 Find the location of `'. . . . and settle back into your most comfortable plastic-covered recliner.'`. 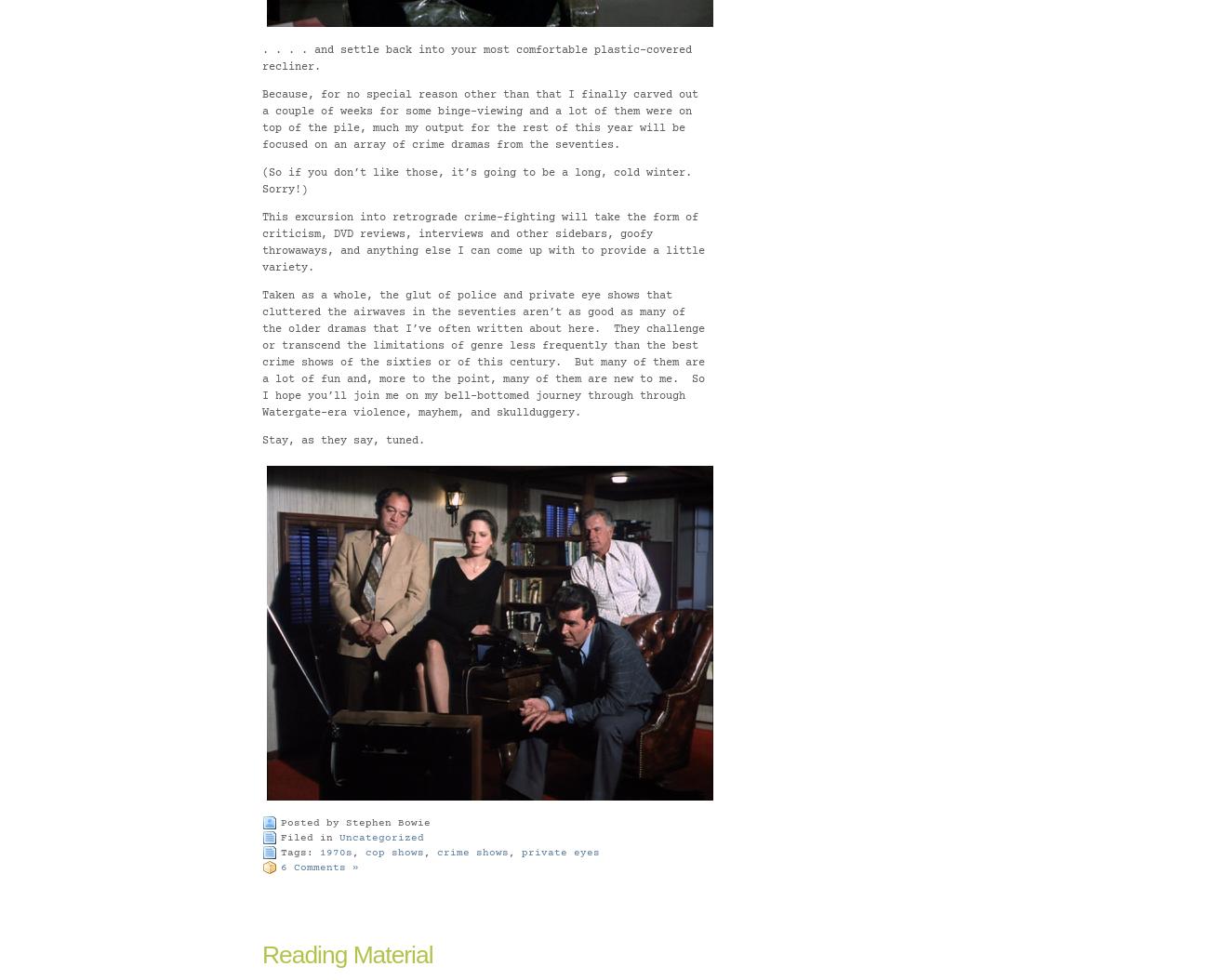

'. . . . and settle back into your most comfortable plastic-covered recliner.' is located at coordinates (261, 57).